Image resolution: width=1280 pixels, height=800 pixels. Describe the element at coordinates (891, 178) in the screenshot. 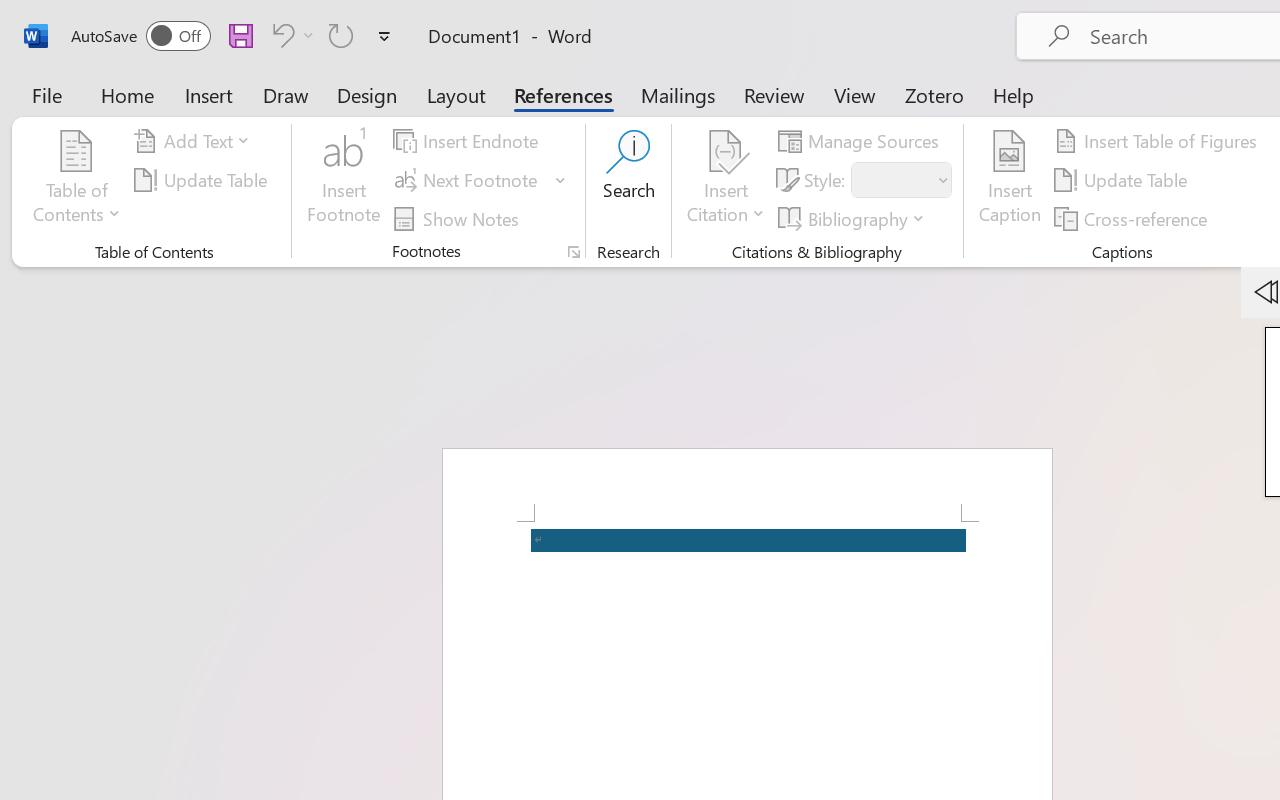

I see `'Style'` at that location.